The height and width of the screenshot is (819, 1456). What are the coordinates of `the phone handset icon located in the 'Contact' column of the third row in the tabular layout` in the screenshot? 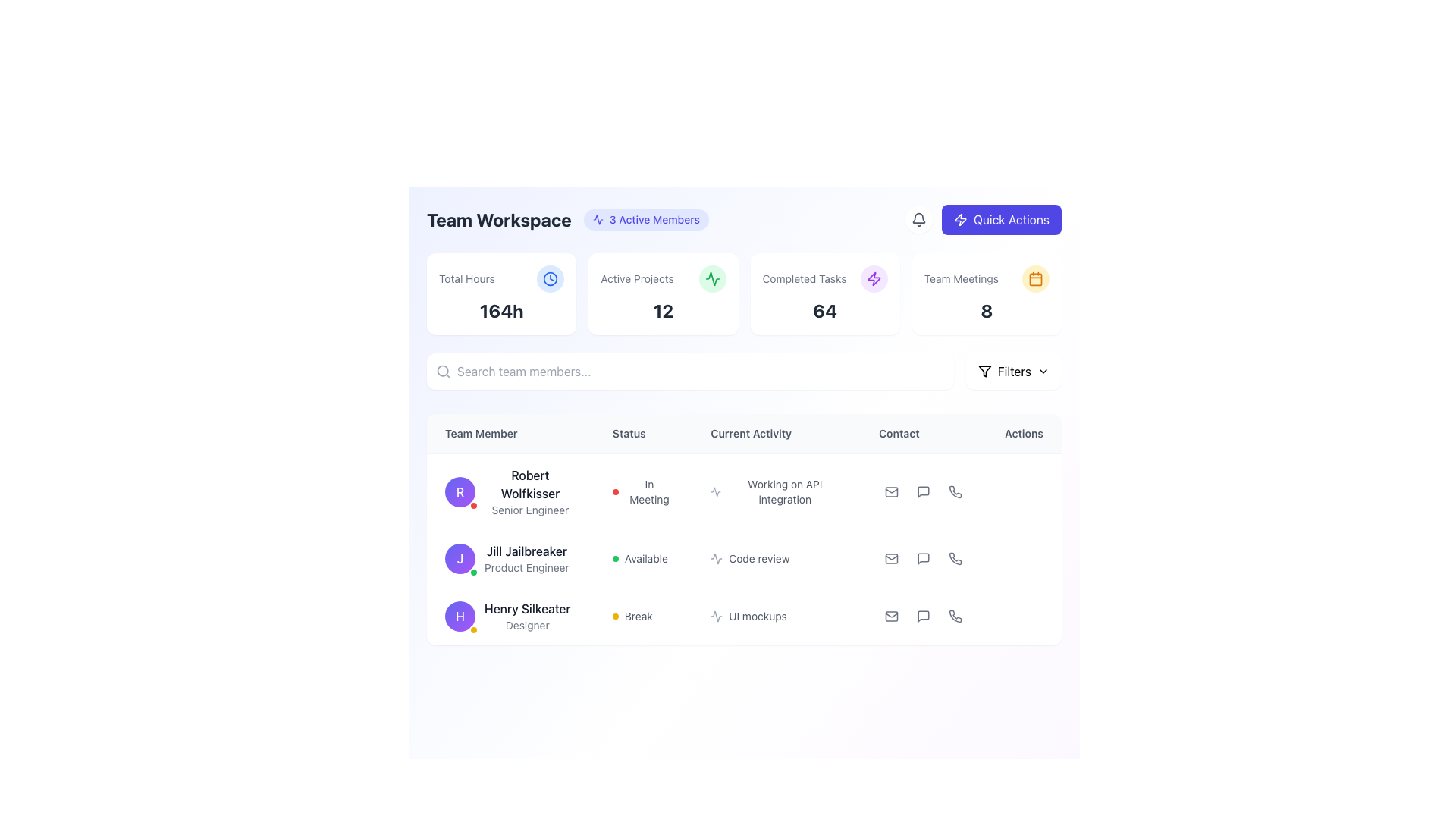 It's located at (955, 617).